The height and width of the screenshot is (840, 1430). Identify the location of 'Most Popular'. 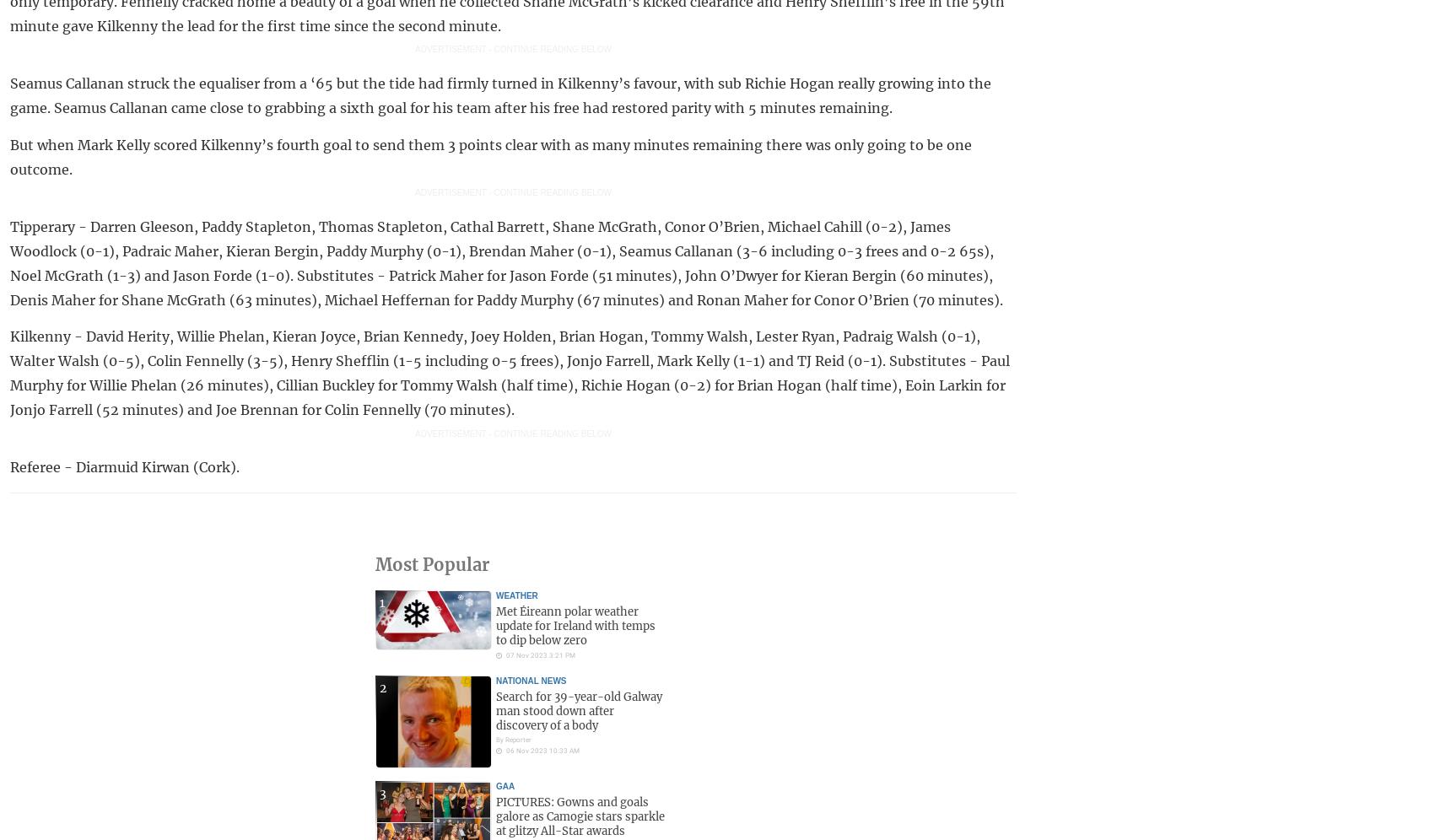
(375, 564).